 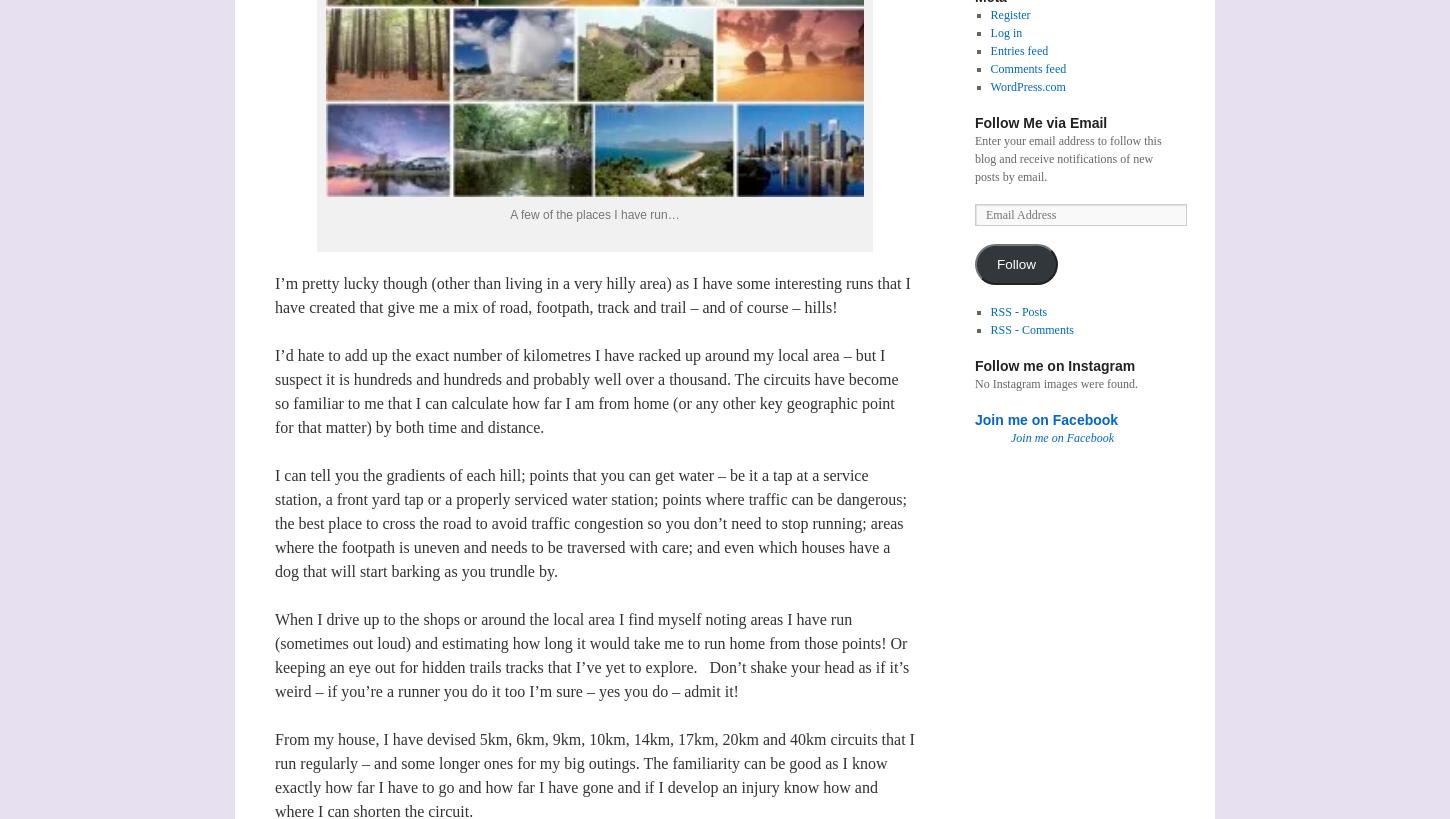 What do you see at coordinates (592, 294) in the screenshot?
I see `'I’m pretty lucky though (other than living in a very hilly area) as I have some interesting runs that I have created that give me a mix of road, footpath, track and trail – and of course – hills!'` at bounding box center [592, 294].